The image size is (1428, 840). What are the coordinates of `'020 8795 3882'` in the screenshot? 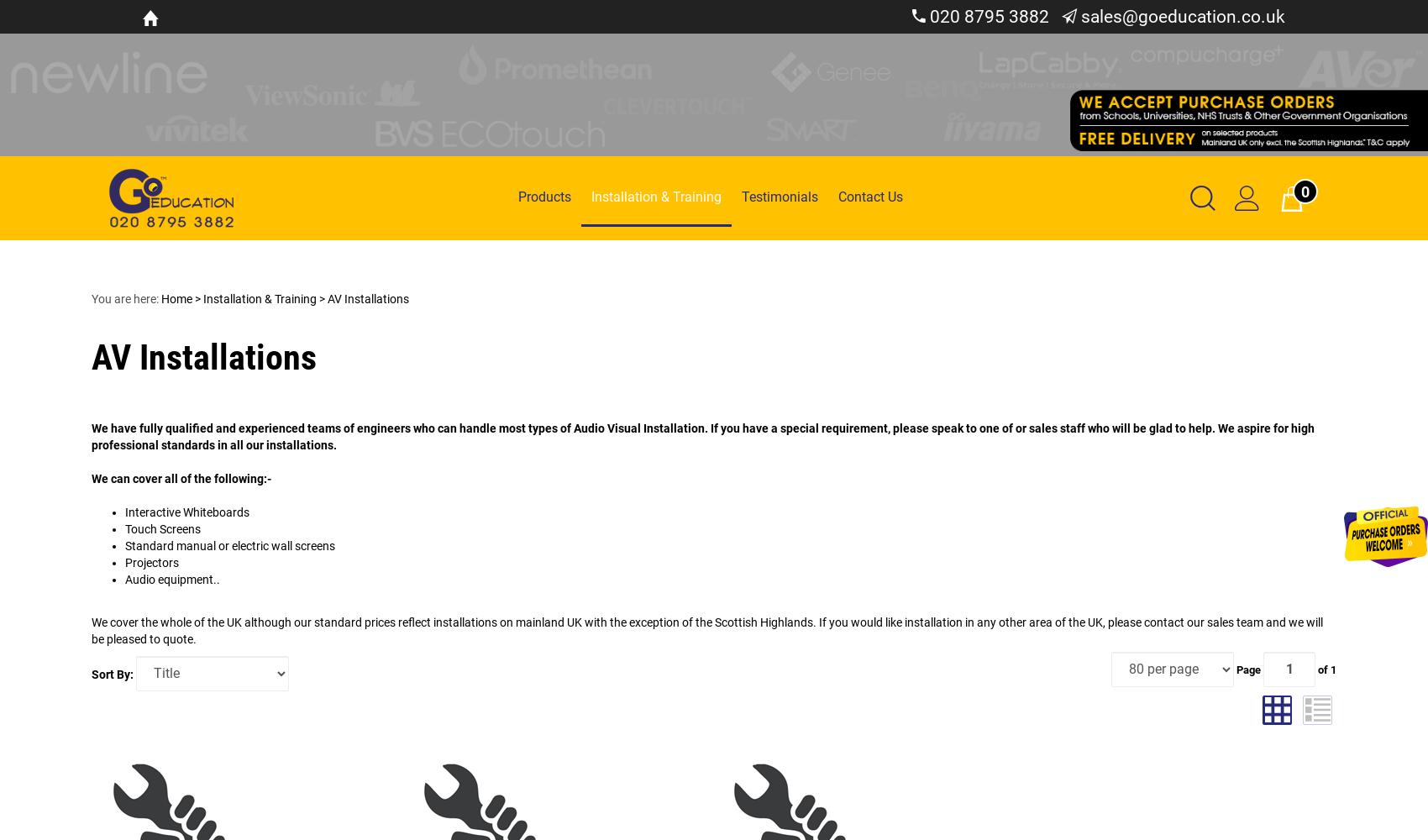 It's located at (986, 17).